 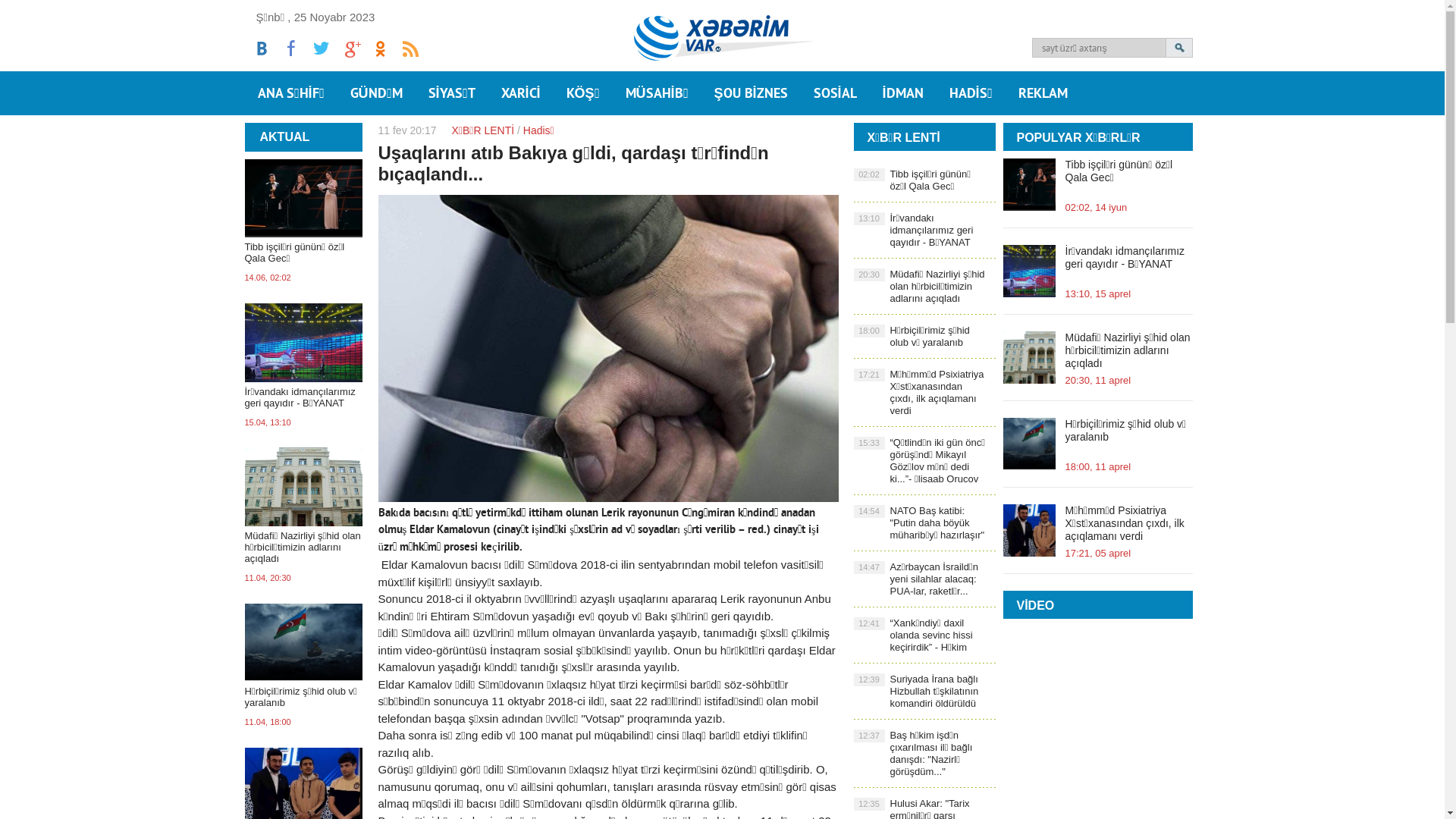 I want to click on 'REKLAM', so click(x=1042, y=93).